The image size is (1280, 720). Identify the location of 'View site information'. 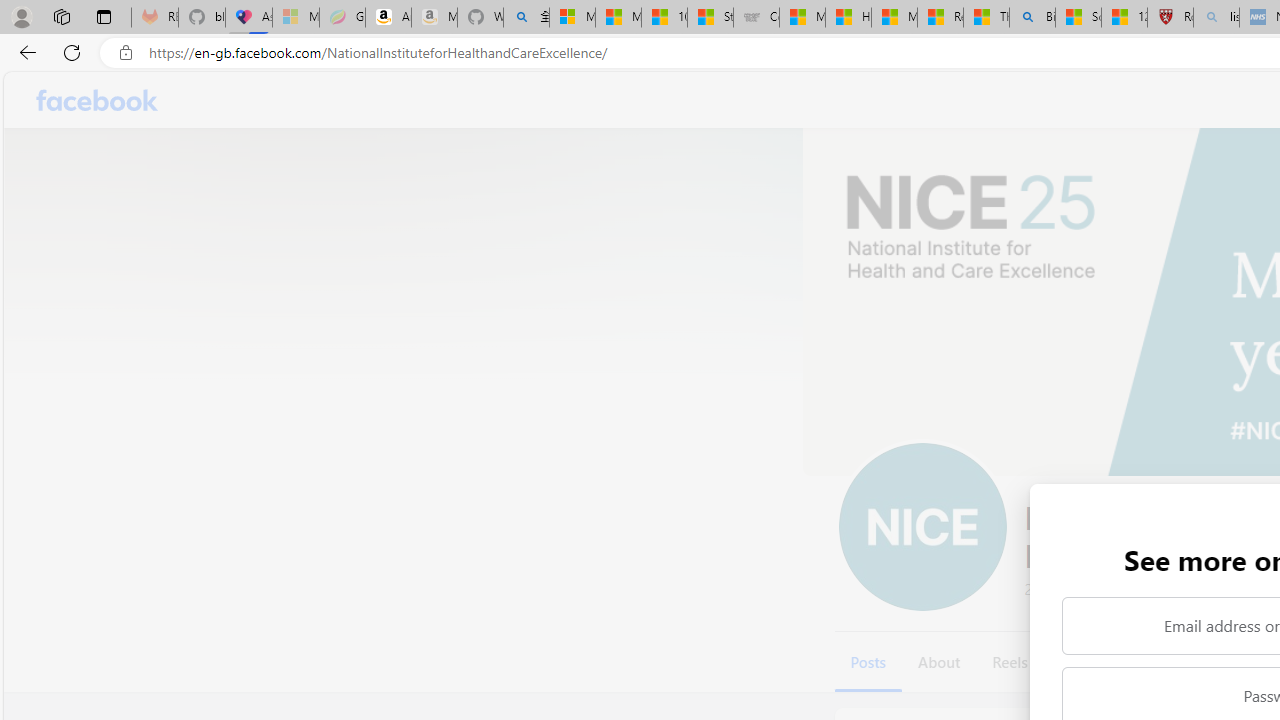
(125, 52).